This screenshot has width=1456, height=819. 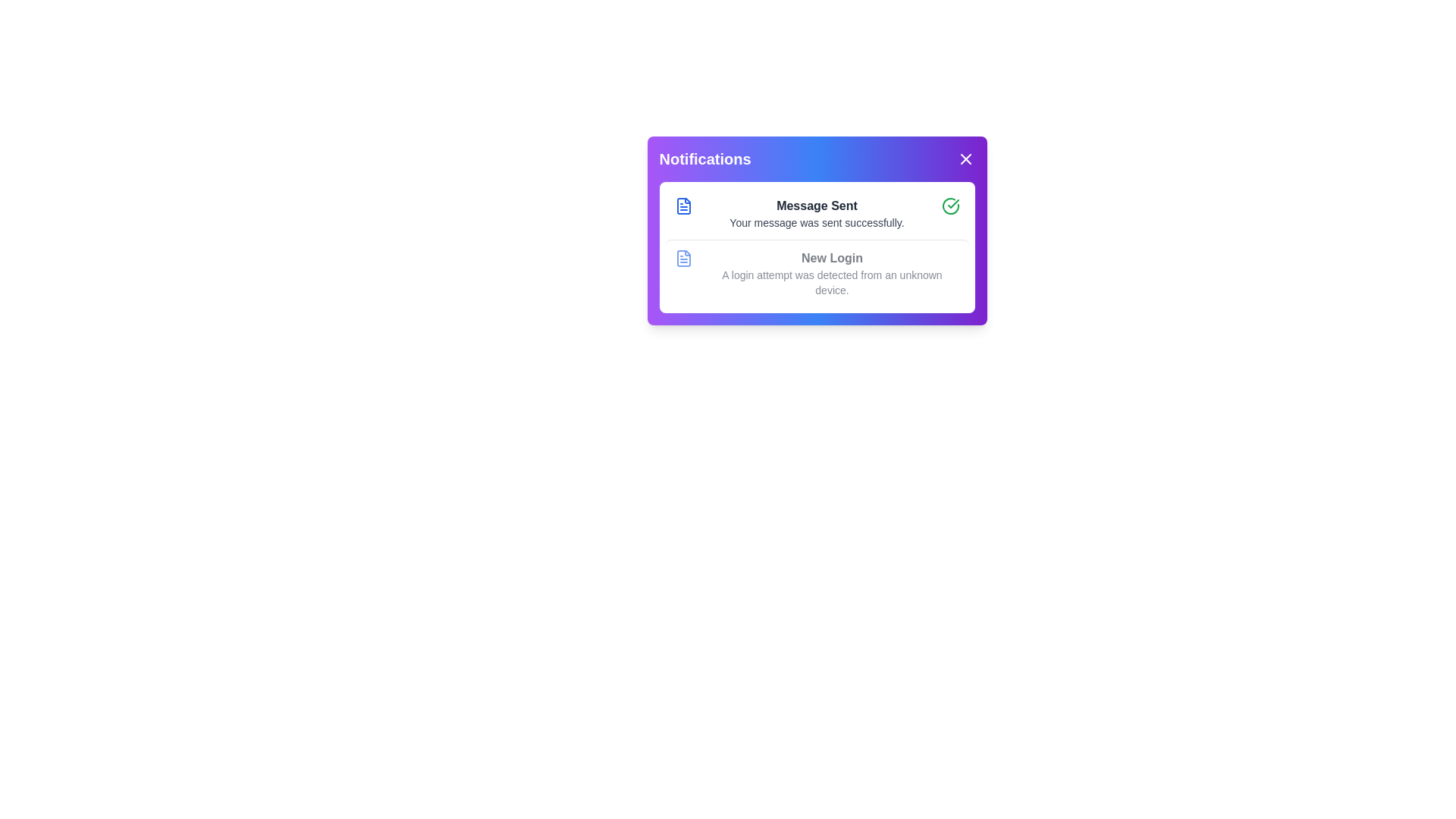 What do you see at coordinates (816, 213) in the screenshot?
I see `the notification message titled 'Message Sent' to focus on it` at bounding box center [816, 213].